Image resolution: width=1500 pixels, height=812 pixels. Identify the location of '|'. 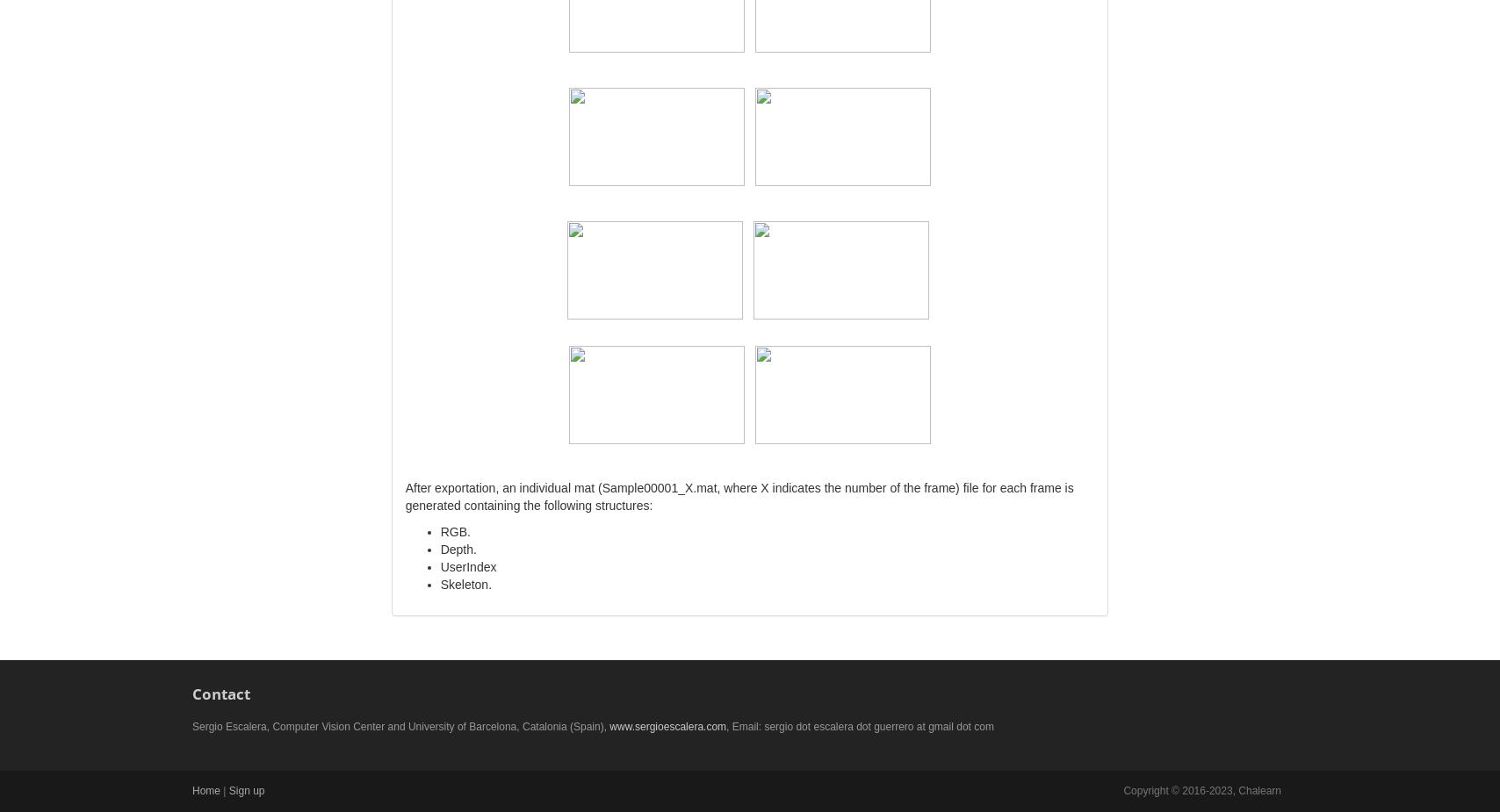
(220, 790).